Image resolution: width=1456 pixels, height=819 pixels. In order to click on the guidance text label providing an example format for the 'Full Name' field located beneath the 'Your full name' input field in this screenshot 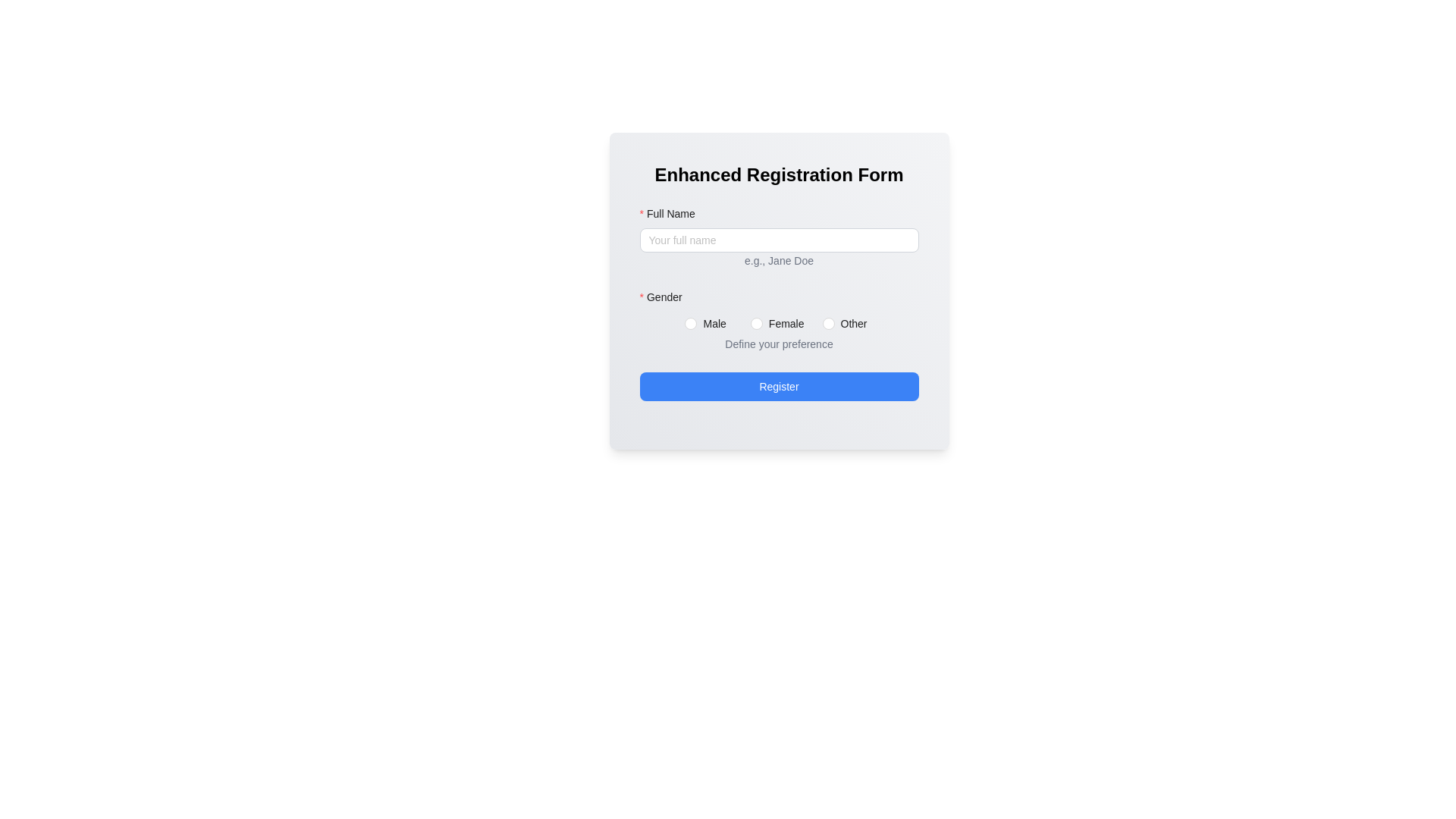, I will do `click(779, 260)`.